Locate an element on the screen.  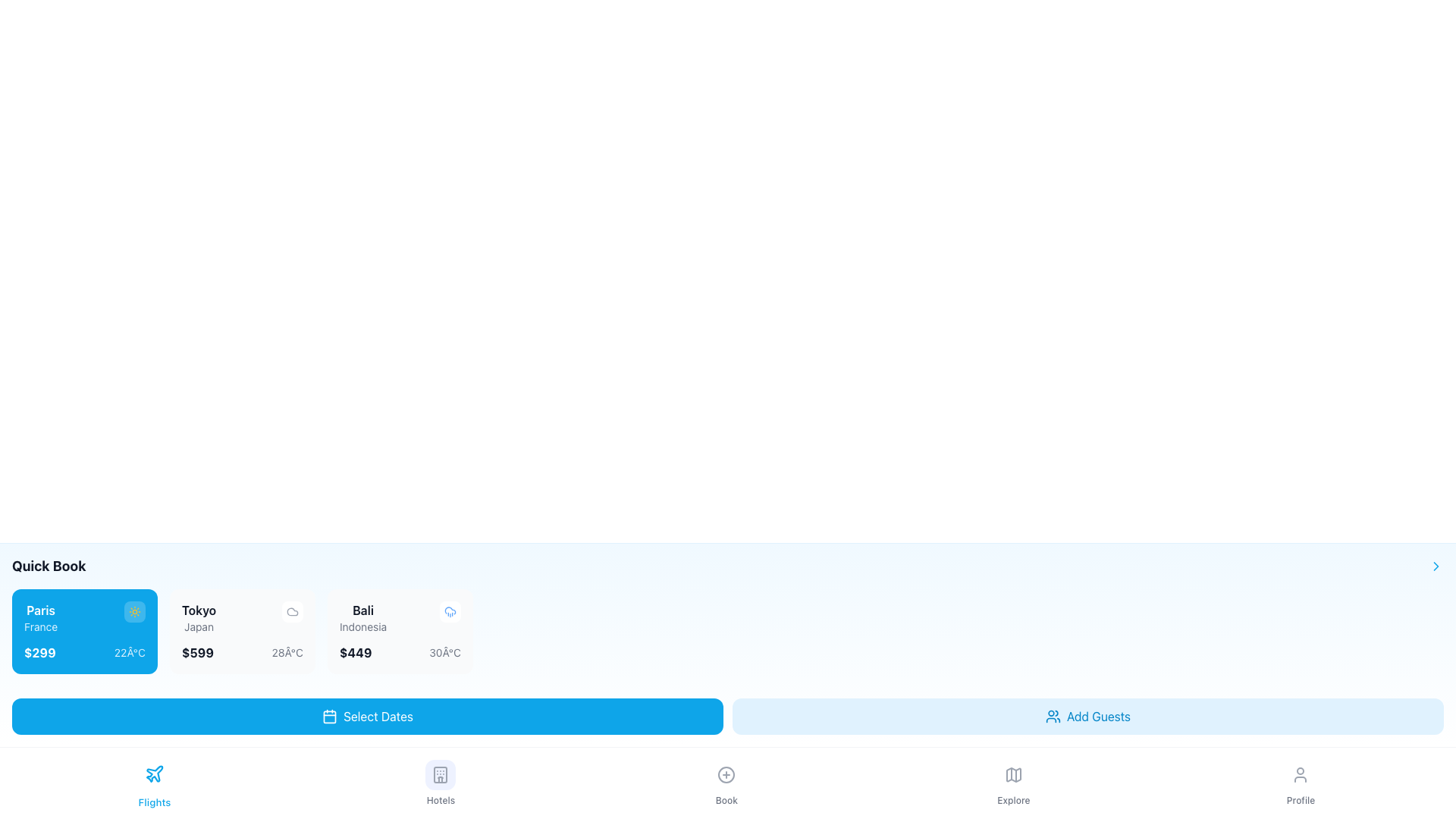
text label indicating the Flights navigation option, positioned in the bottom navigation bar between the 'Hotels' and 'Explore' icons, directly below a small plane-shaped icon is located at coordinates (155, 802).